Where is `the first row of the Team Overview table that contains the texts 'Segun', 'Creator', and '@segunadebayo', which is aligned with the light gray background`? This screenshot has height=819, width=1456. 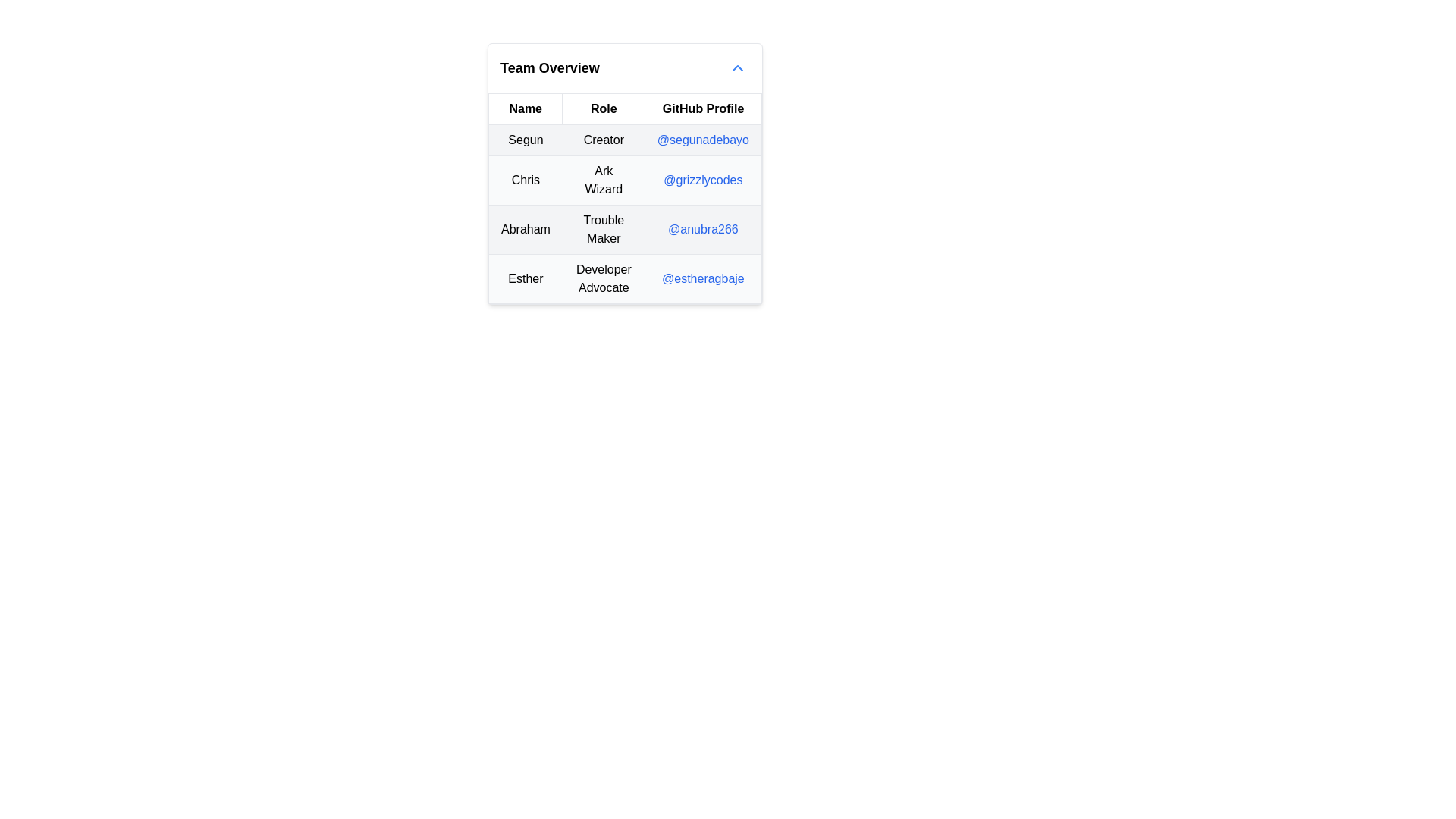 the first row of the Team Overview table that contains the texts 'Segun', 'Creator', and '@segunadebayo', which is aligned with the light gray background is located at coordinates (625, 140).